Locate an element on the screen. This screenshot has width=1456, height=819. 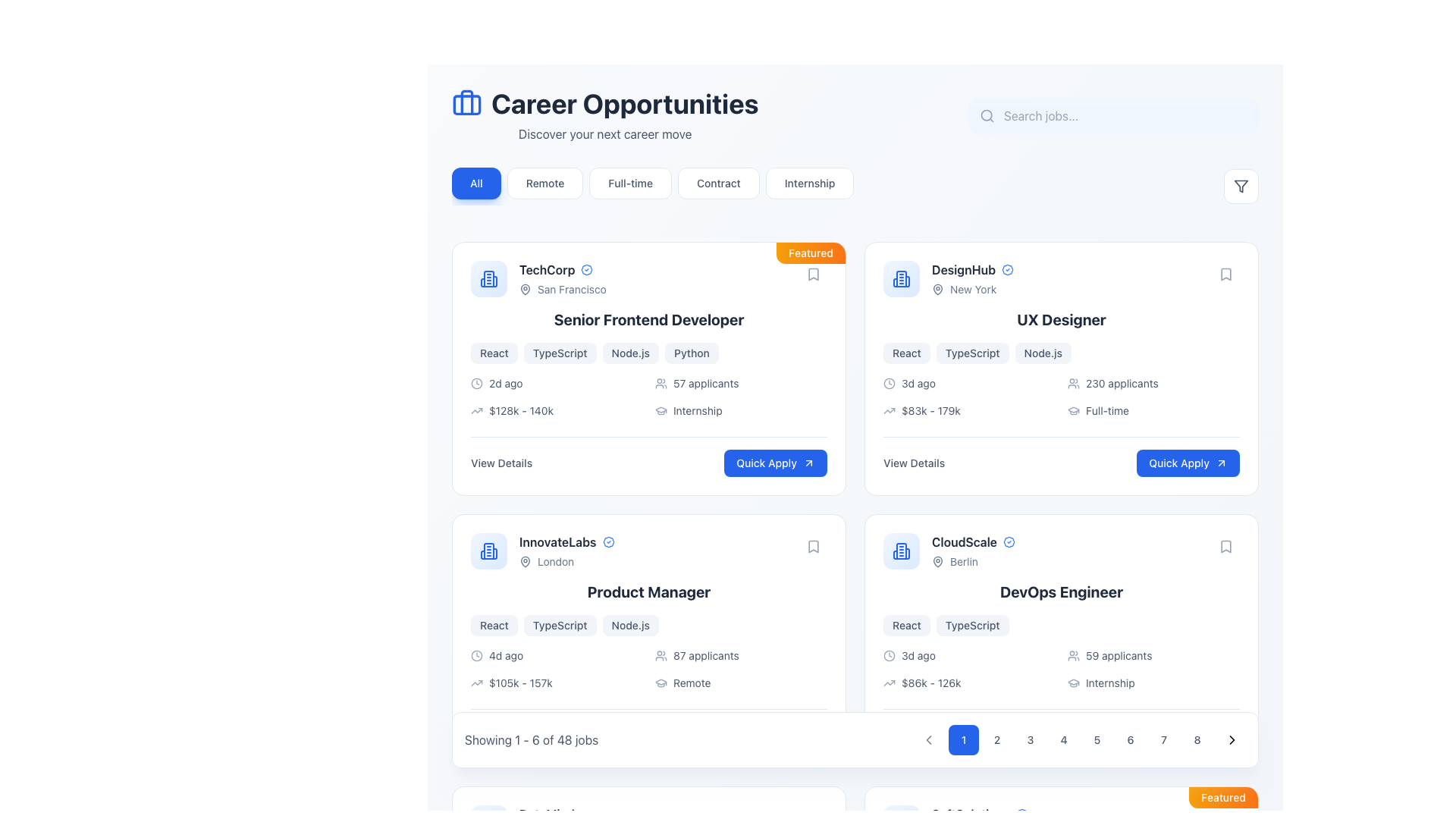
the pill-shaped label displaying 'TypeScript' with a light gray background, positioned in the job posting section titled 'InnovateLabs Product Manager' is located at coordinates (559, 626).